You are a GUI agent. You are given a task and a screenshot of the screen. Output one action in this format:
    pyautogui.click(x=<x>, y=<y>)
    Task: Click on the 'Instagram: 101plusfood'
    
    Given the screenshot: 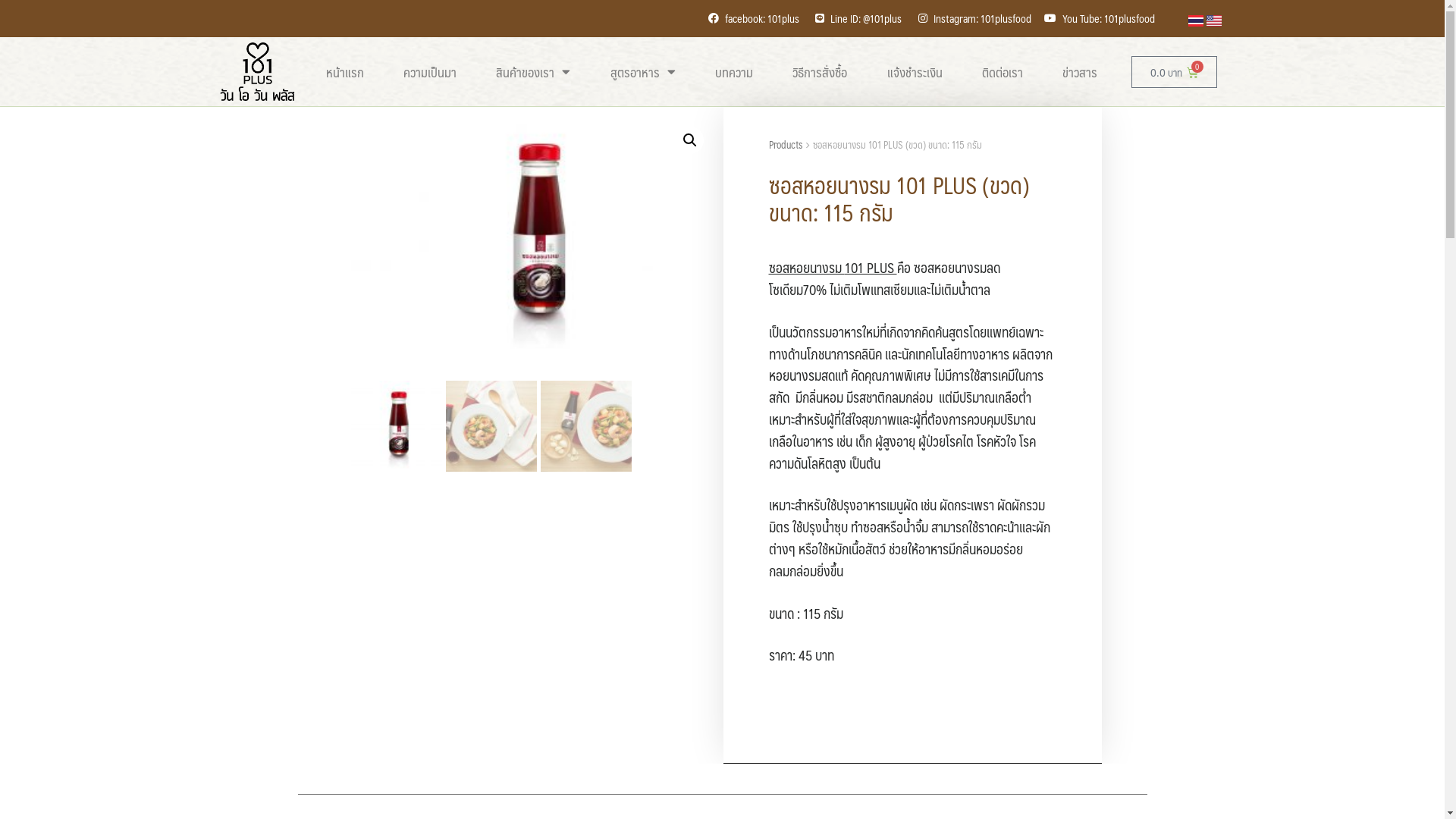 What is the action you would take?
    pyautogui.click(x=972, y=17)
    